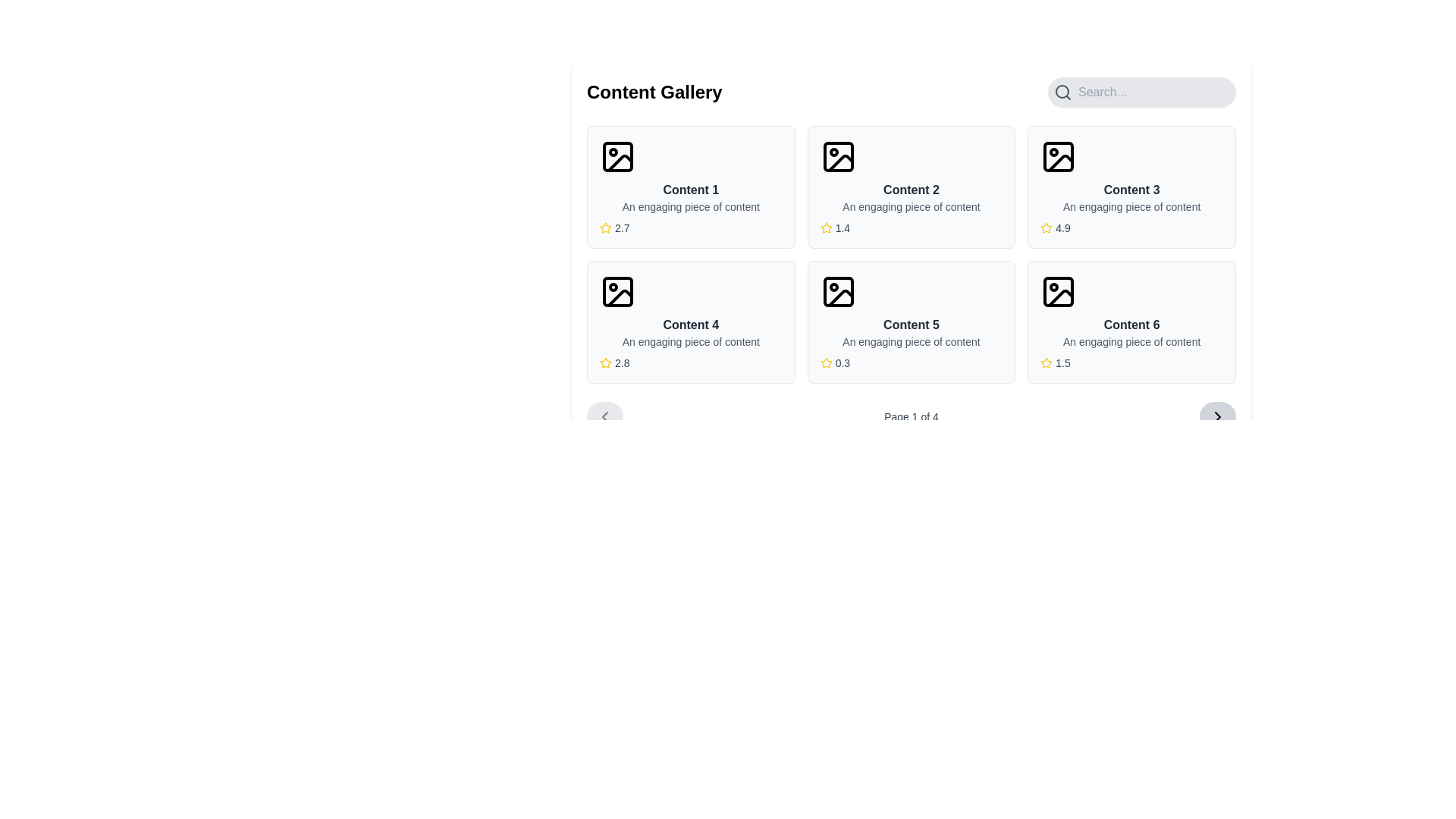 Image resolution: width=1456 pixels, height=819 pixels. Describe the element at coordinates (842, 362) in the screenshot. I see `the text label displaying the value '0.3' in gray color, which is adjacent to the yellow star icon for 'Content 5'` at that location.